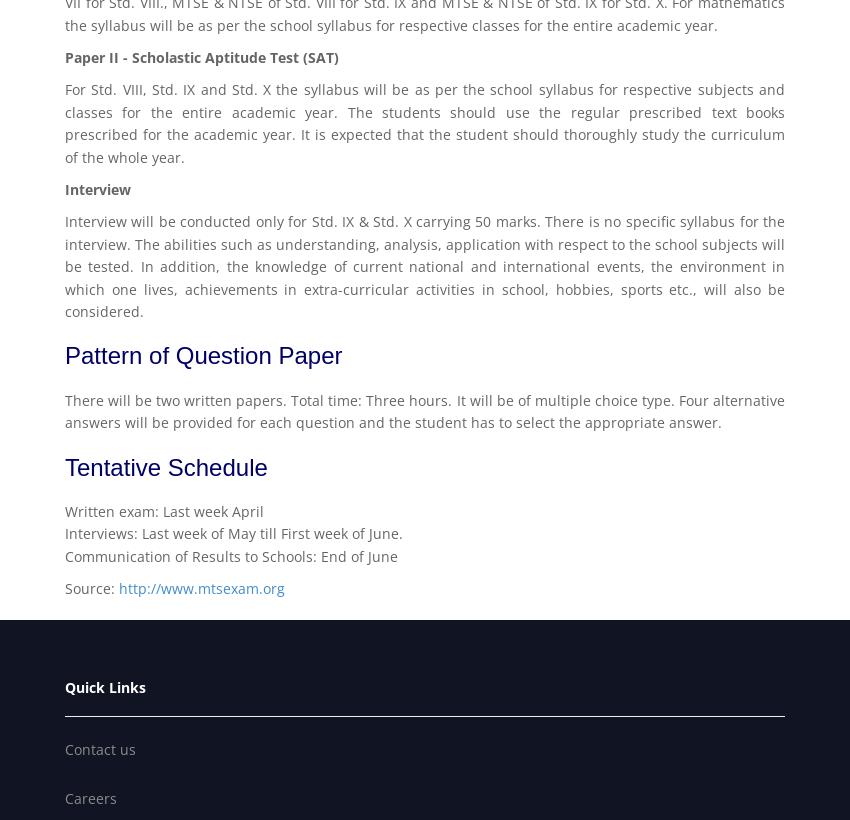 This screenshot has height=820, width=850. Describe the element at coordinates (99, 747) in the screenshot. I see `'Contact us'` at that location.